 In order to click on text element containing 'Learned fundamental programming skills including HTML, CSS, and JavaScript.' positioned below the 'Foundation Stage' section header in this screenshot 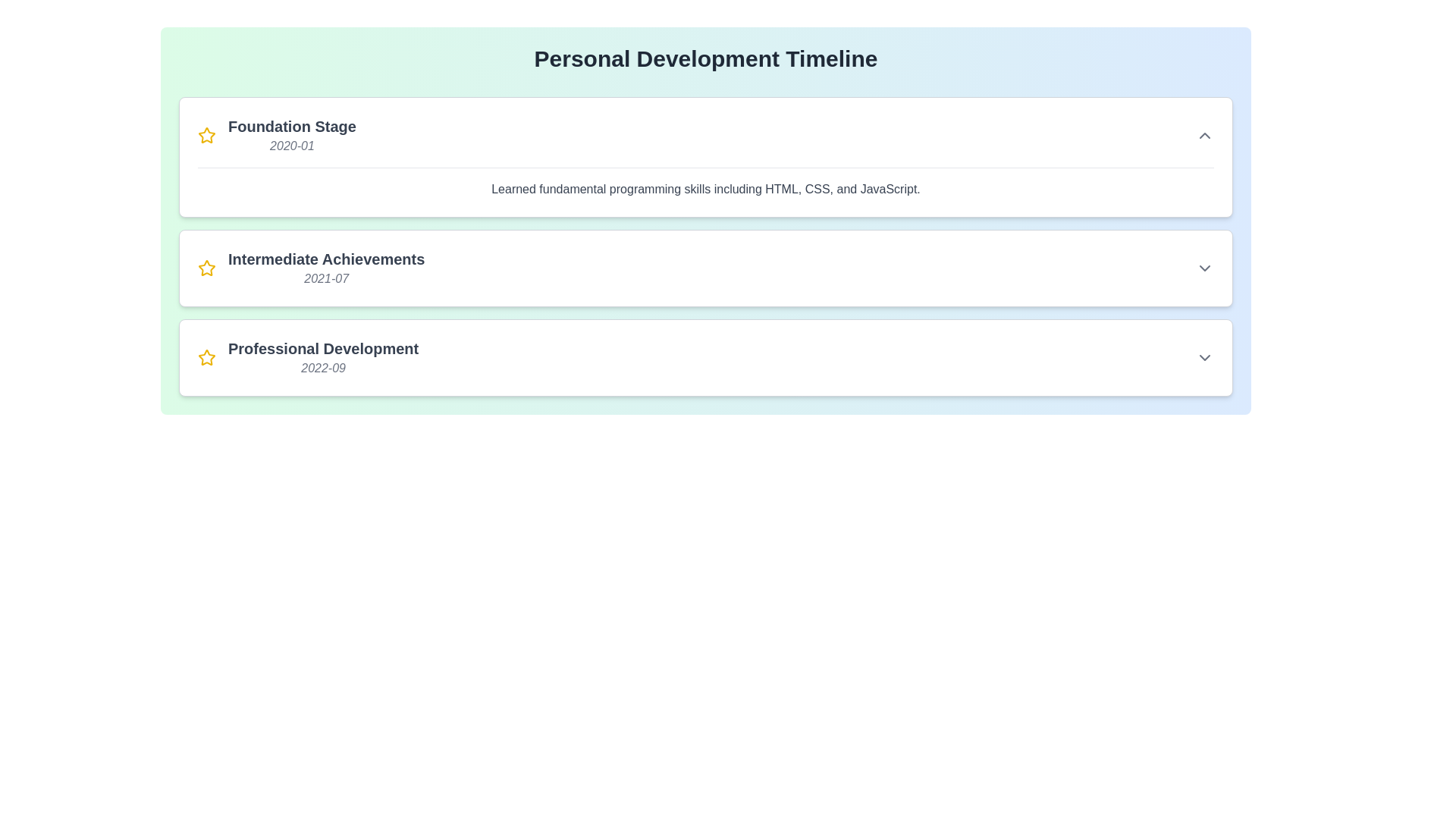, I will do `click(705, 182)`.